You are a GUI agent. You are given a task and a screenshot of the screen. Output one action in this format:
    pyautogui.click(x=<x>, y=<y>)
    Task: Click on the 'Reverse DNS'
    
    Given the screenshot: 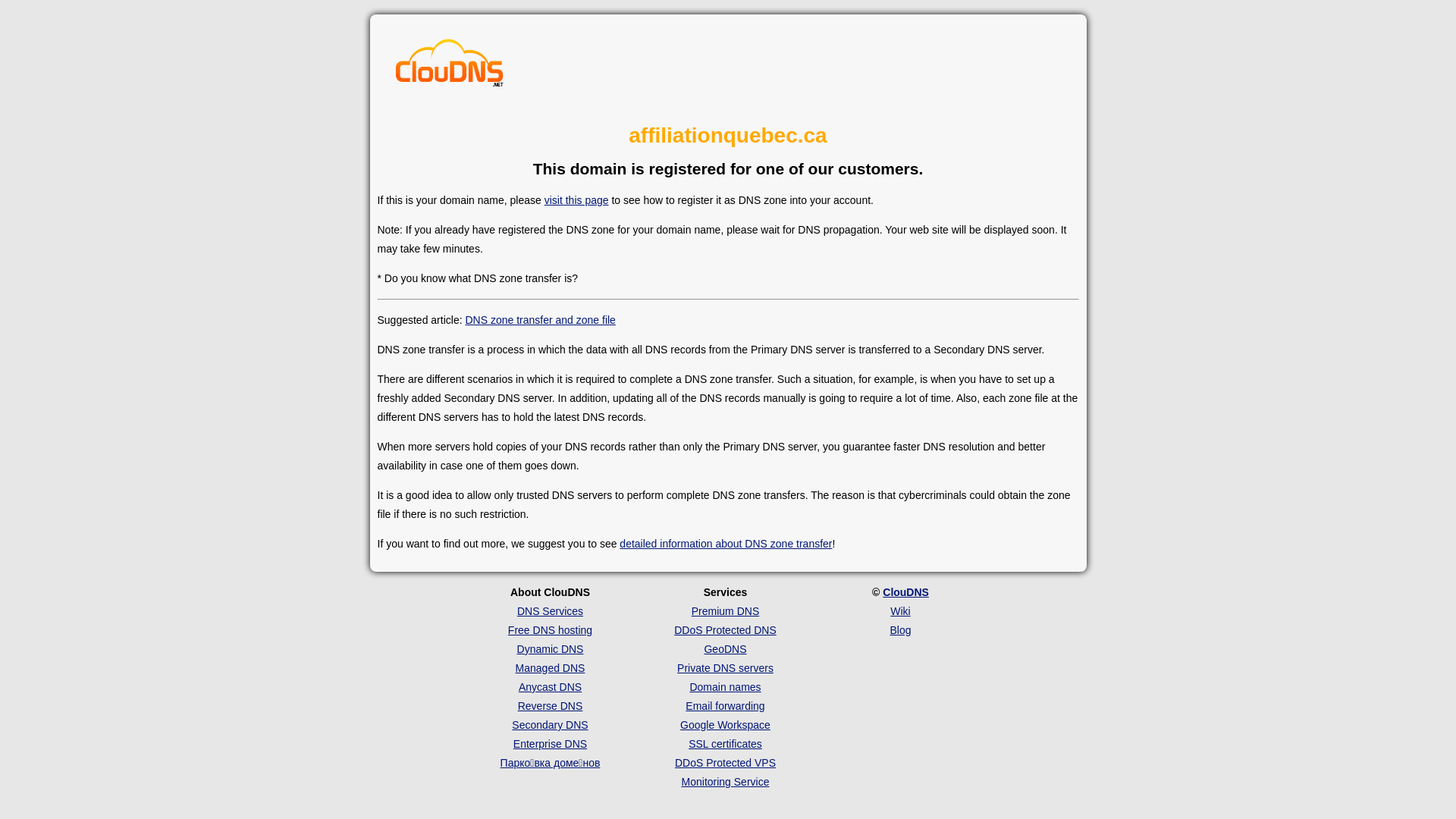 What is the action you would take?
    pyautogui.click(x=549, y=705)
    